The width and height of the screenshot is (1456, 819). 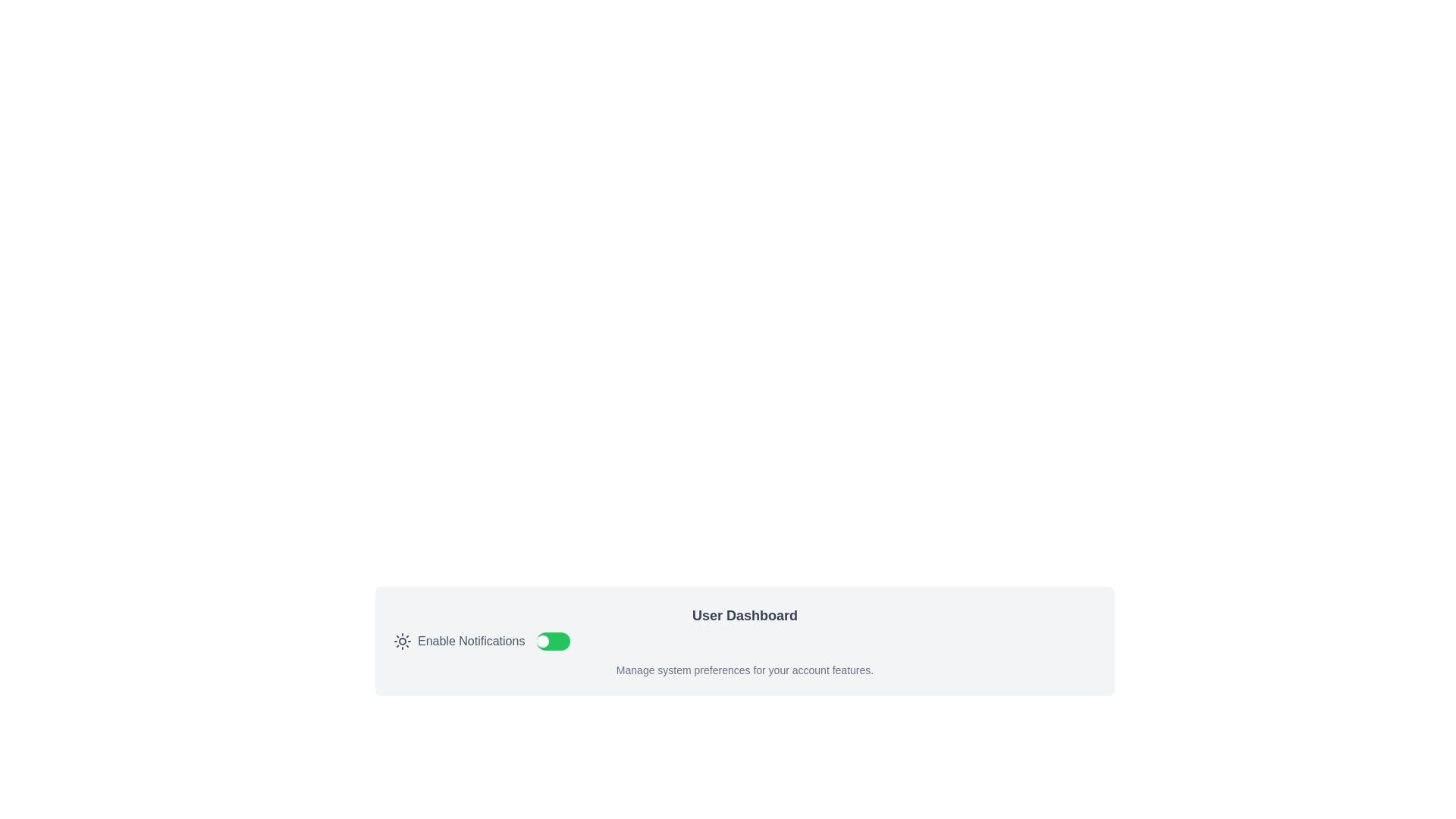 What do you see at coordinates (553, 641) in the screenshot?
I see `the toggle switch with a green background and a circular white handle on the right side, located to the right of 'Enable Notifications'` at bounding box center [553, 641].